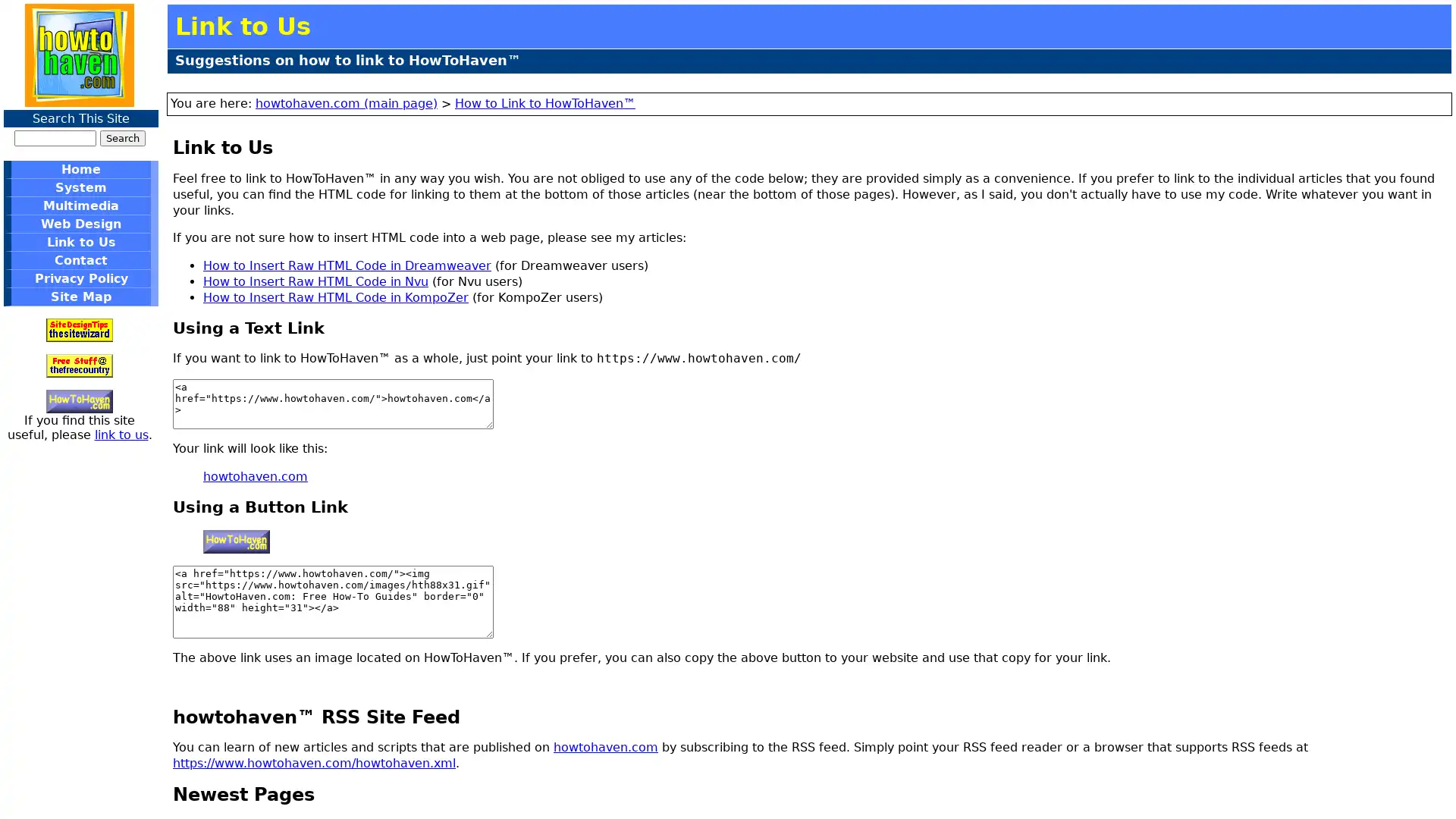 The width and height of the screenshot is (1456, 819). Describe the element at coordinates (122, 138) in the screenshot. I see `Search` at that location.